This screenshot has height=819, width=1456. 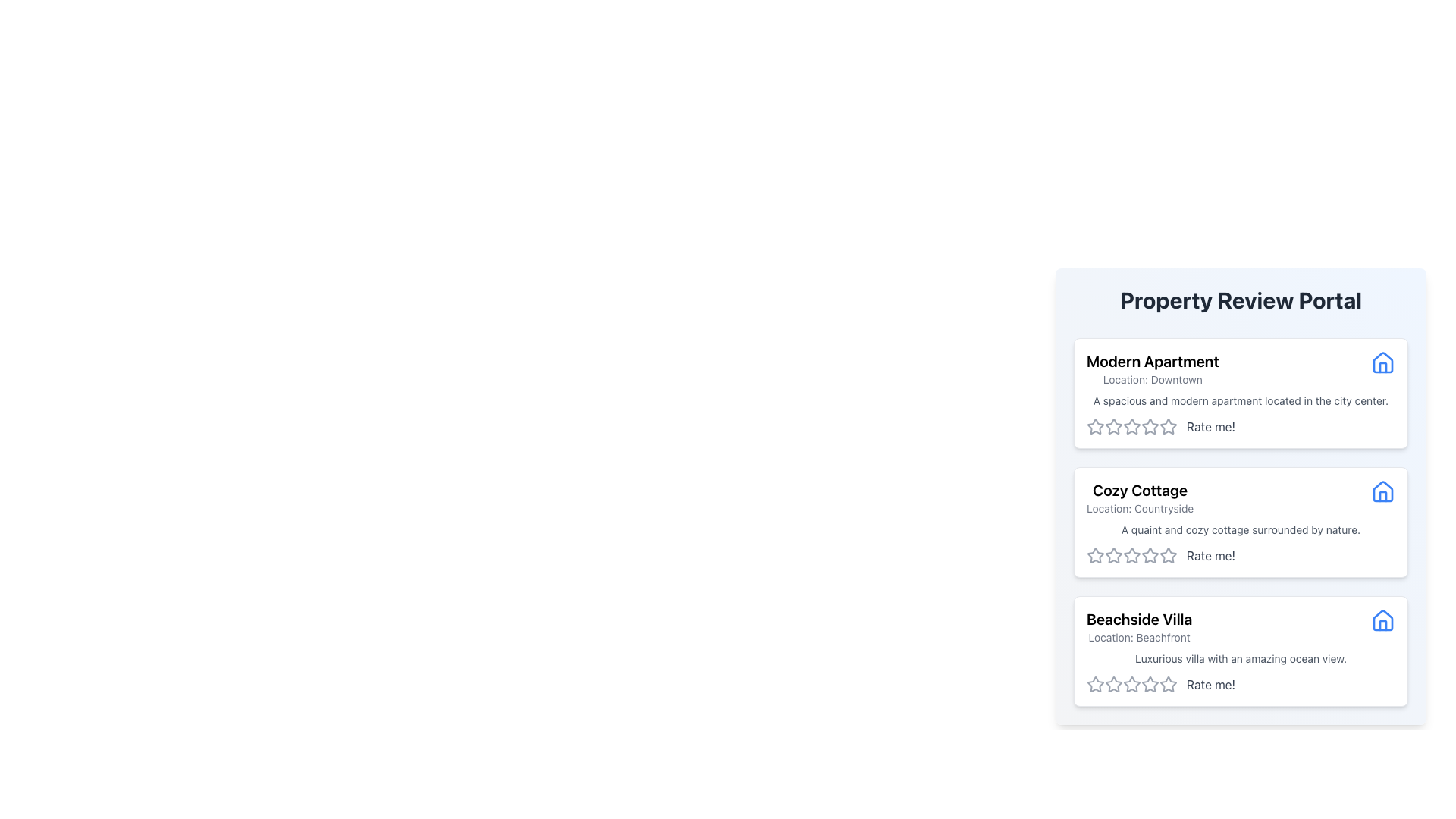 What do you see at coordinates (1113, 684) in the screenshot?
I see `the interactive star icon located in the bottommost card under the 'Beachside Villa' listing` at bounding box center [1113, 684].